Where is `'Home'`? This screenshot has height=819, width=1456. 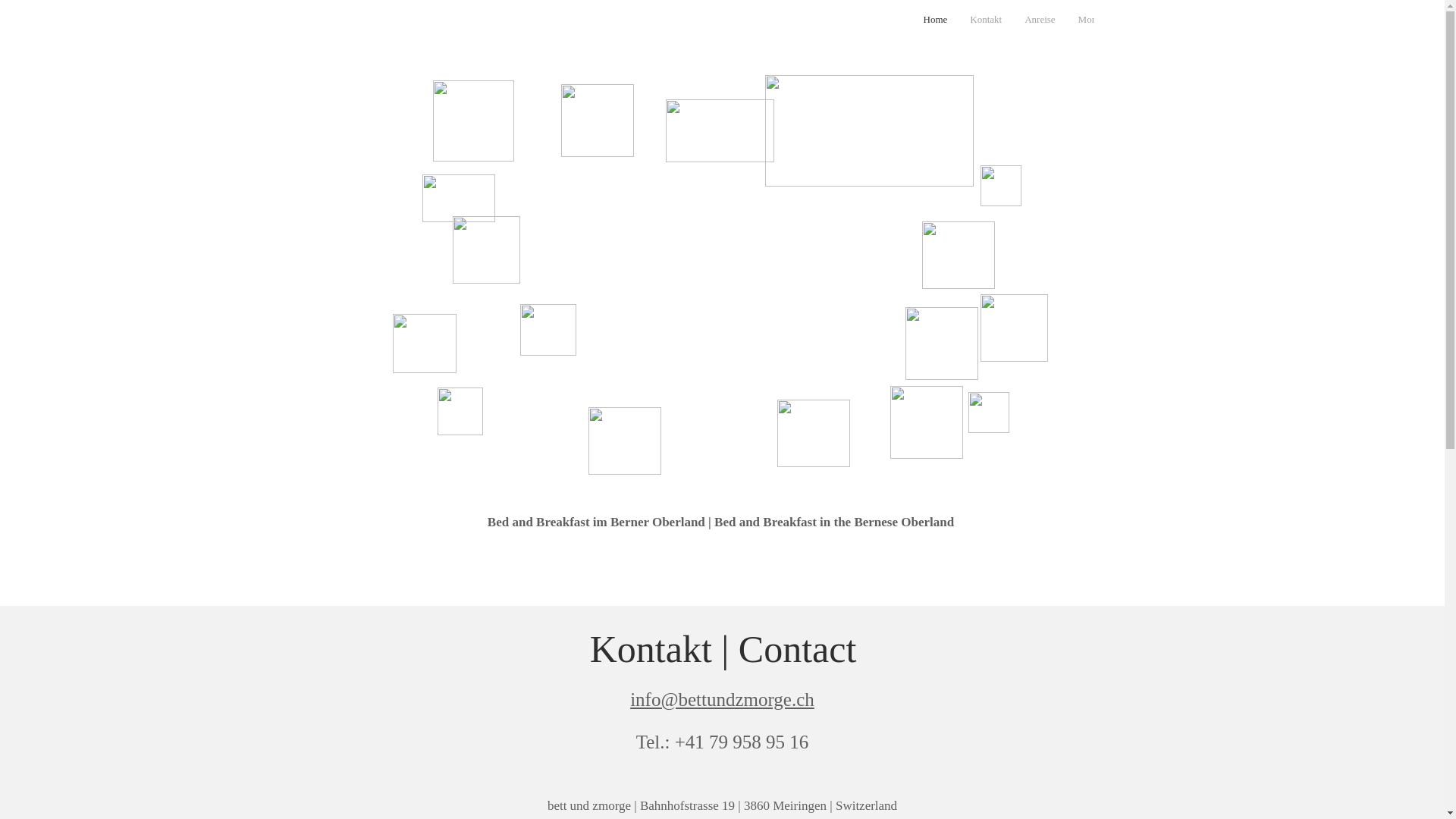
'Home' is located at coordinates (934, 24).